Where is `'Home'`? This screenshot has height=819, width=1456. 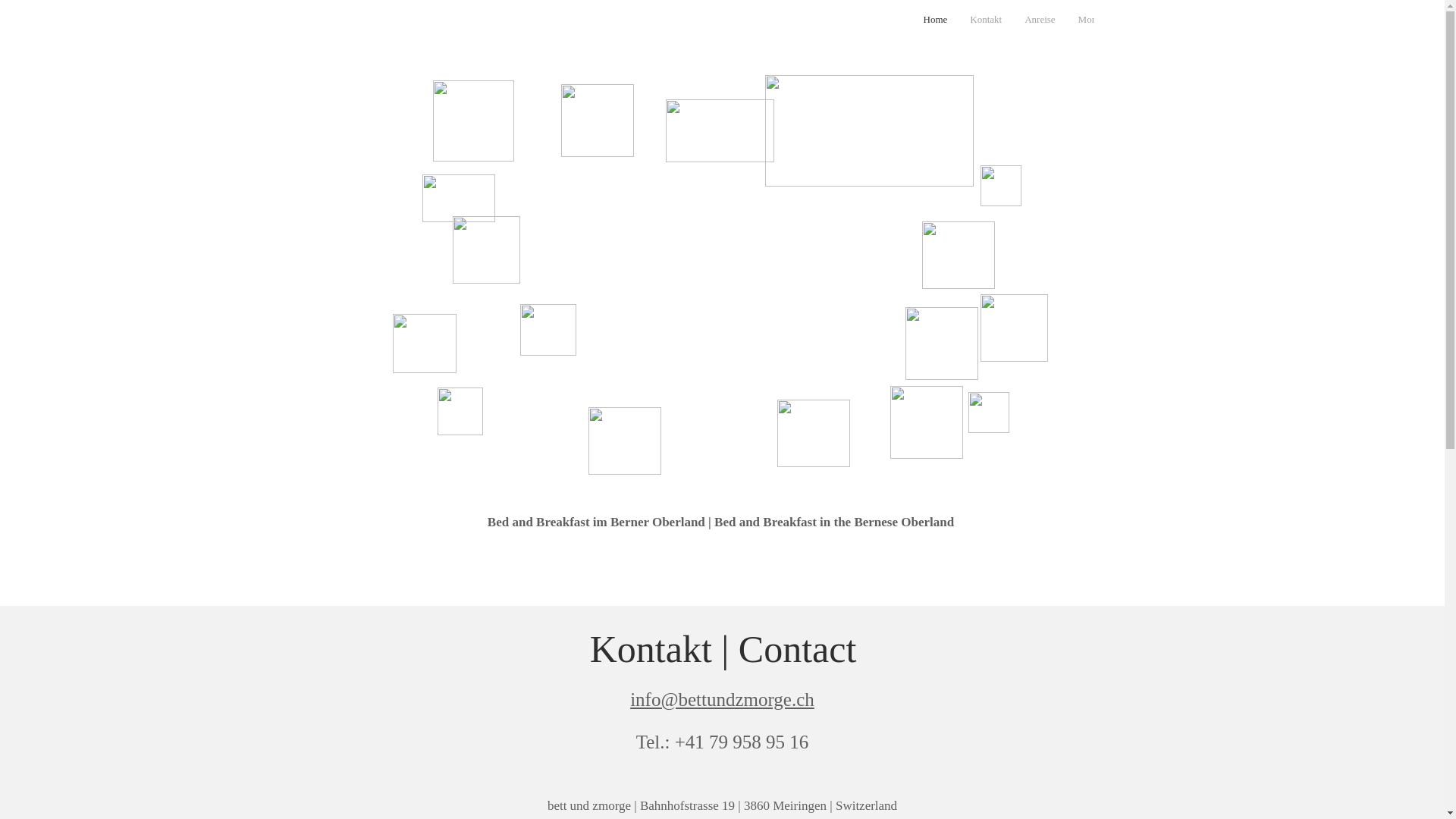
'Home' is located at coordinates (934, 24).